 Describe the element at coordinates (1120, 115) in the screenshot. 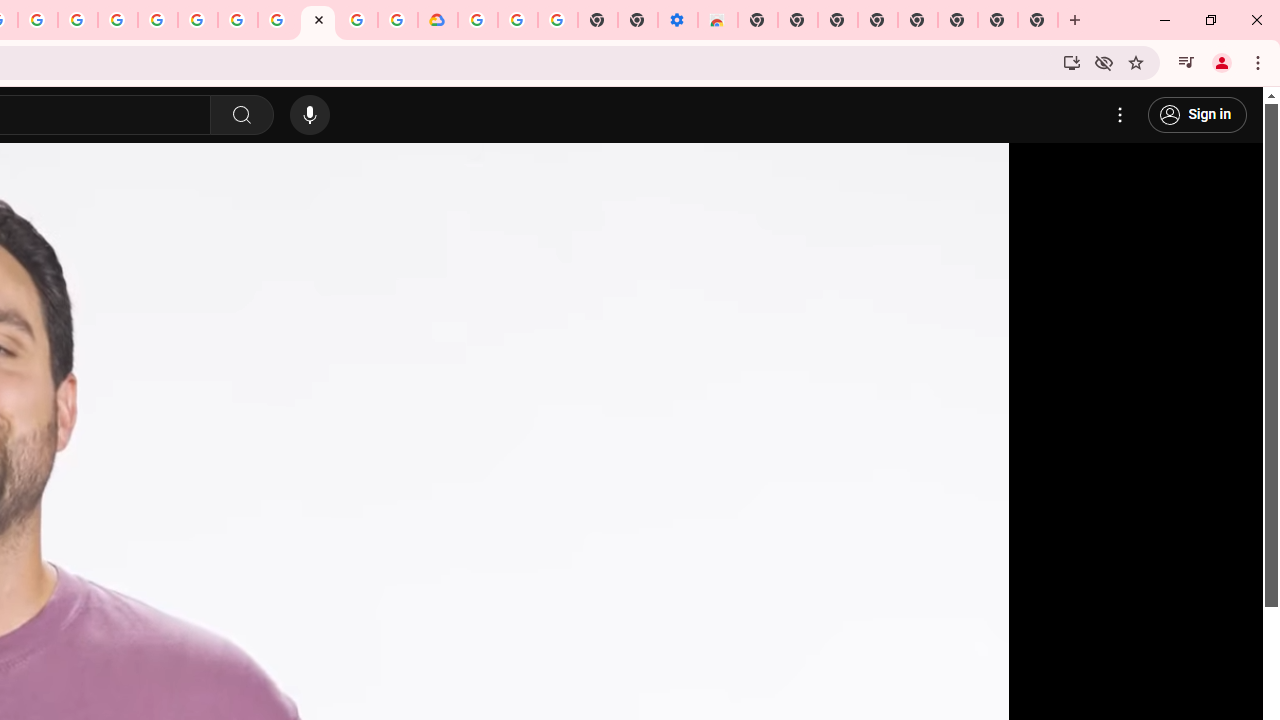

I see `'Settings'` at that location.